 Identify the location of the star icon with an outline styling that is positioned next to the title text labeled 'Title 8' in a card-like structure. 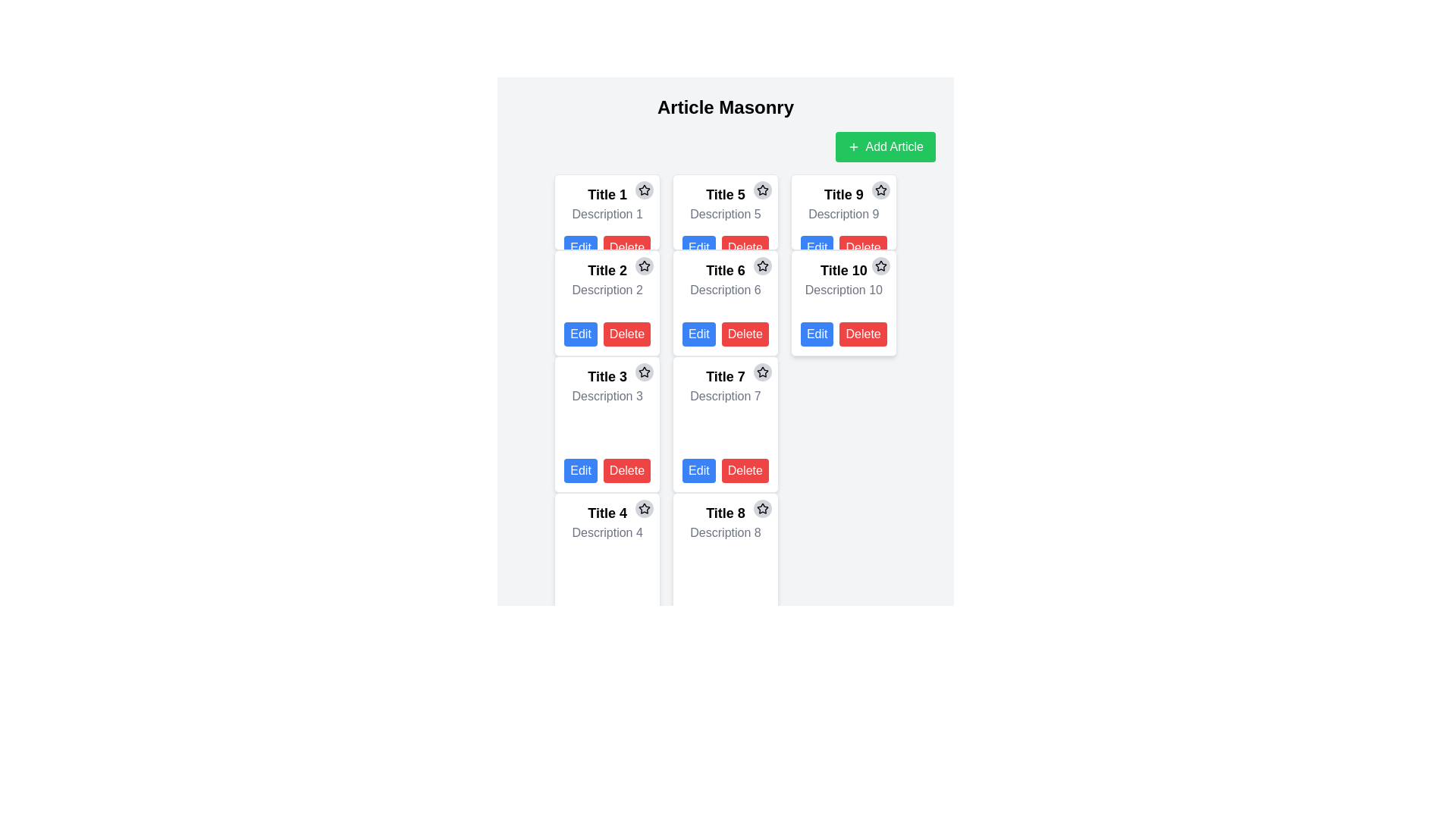
(645, 508).